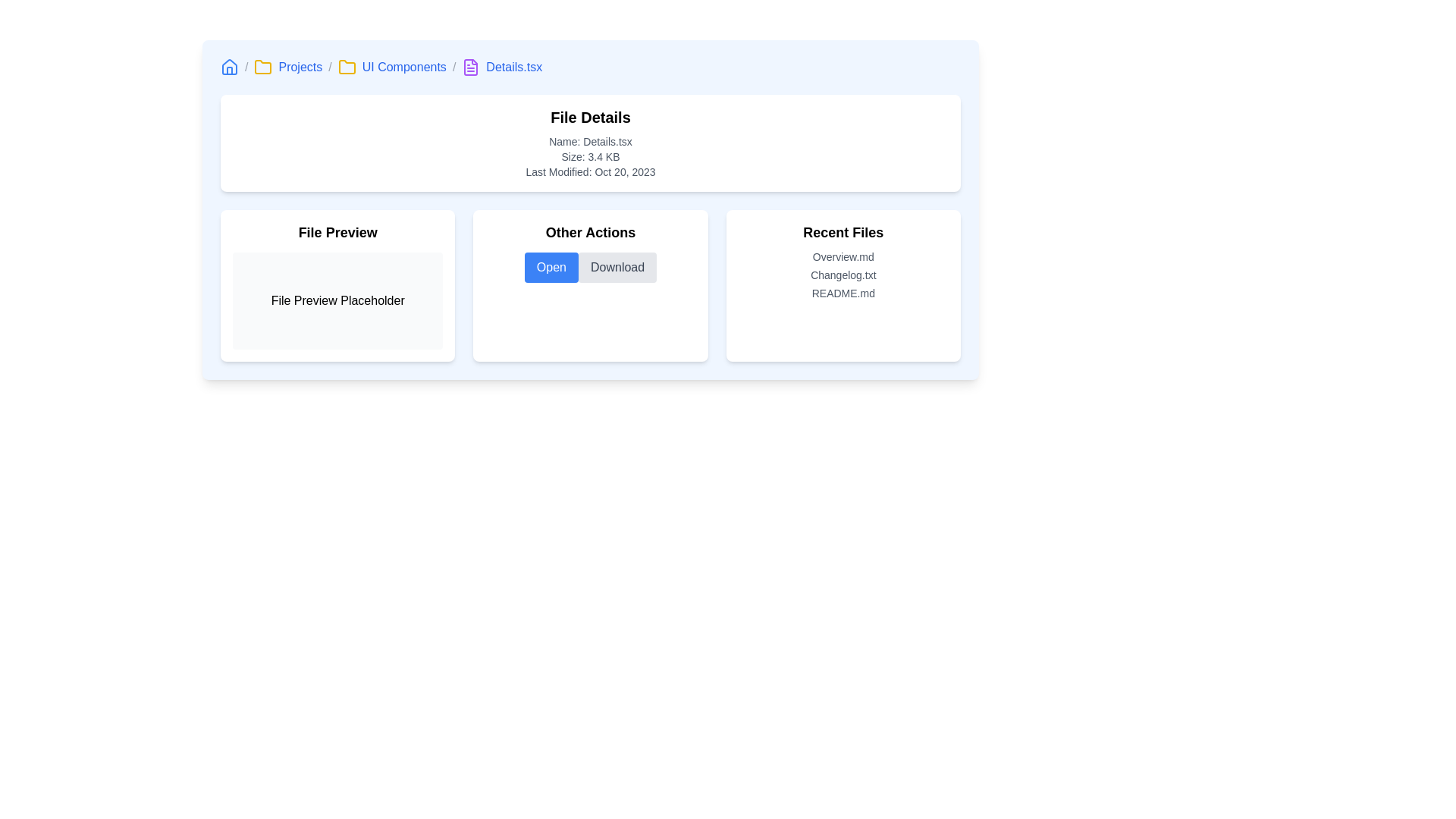 The height and width of the screenshot is (819, 1456). What do you see at coordinates (470, 66) in the screenshot?
I see `the file icon representing 'Details.tsx' located in the breadcrumb navigation bar at the top of the interface` at bounding box center [470, 66].